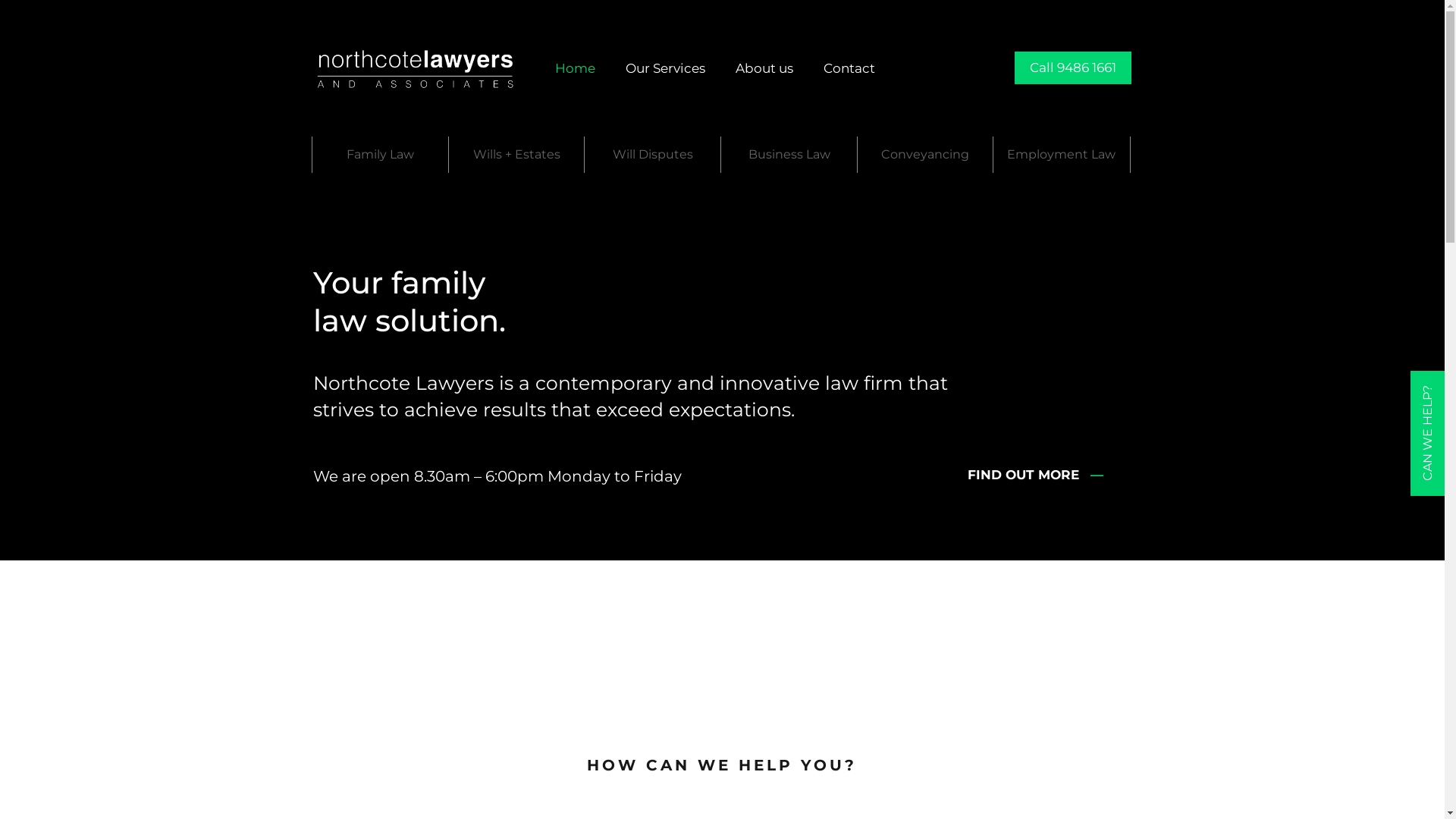  I want to click on 'Call 9486 1661', so click(1072, 67).